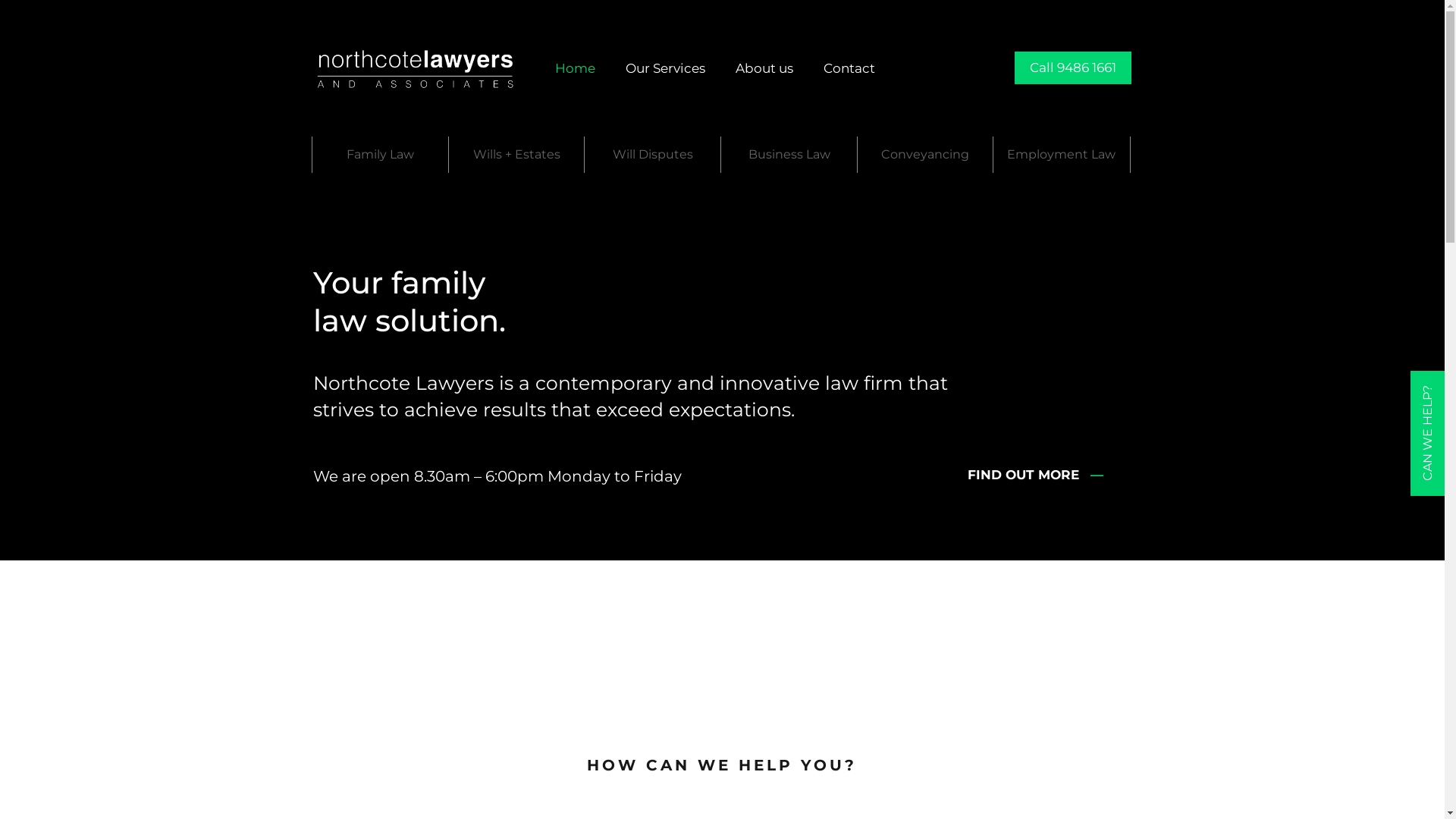  I want to click on 'Call 9486 1661', so click(1072, 67).